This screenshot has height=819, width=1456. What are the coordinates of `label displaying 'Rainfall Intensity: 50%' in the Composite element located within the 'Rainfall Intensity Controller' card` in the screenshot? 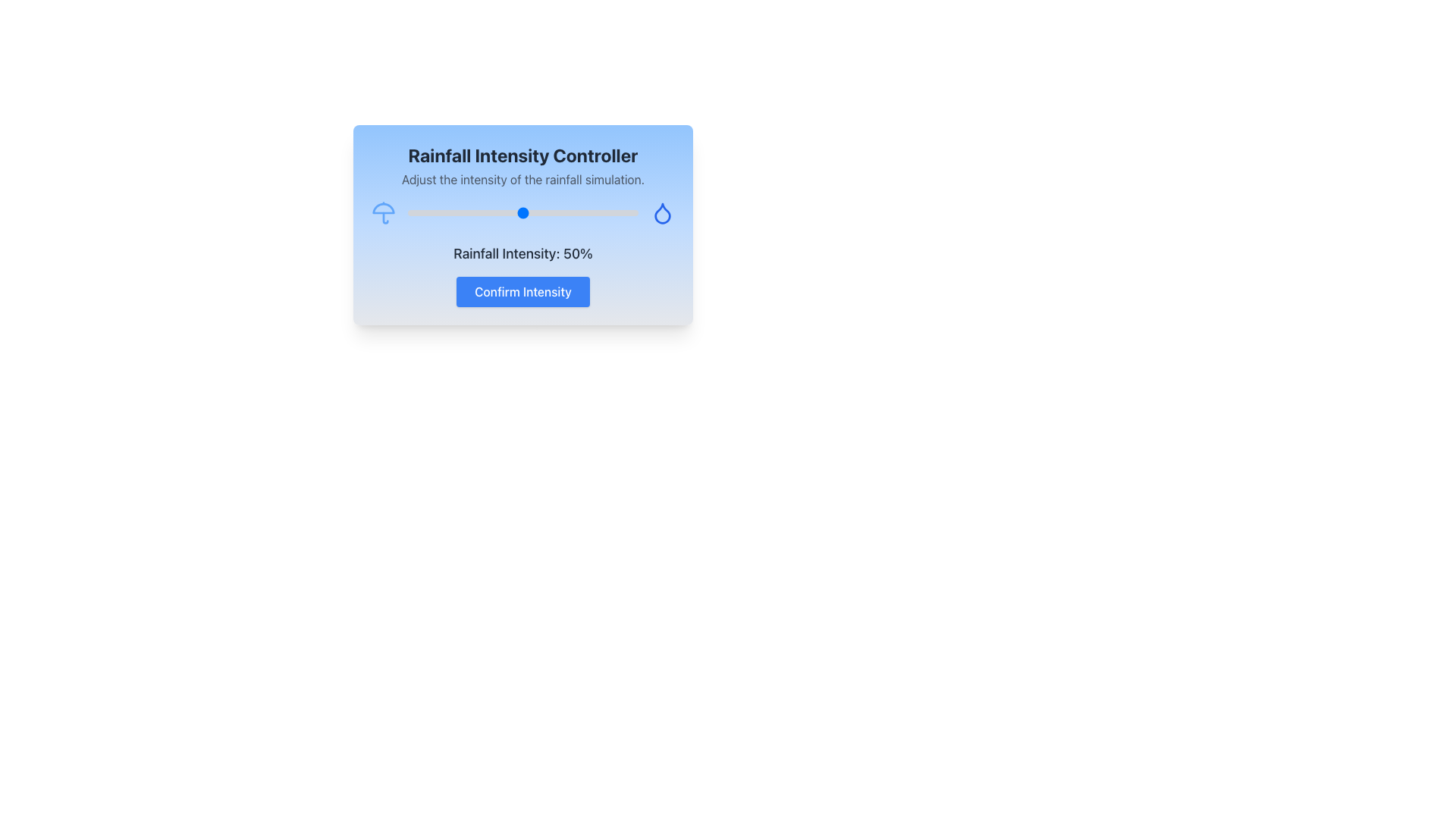 It's located at (523, 275).